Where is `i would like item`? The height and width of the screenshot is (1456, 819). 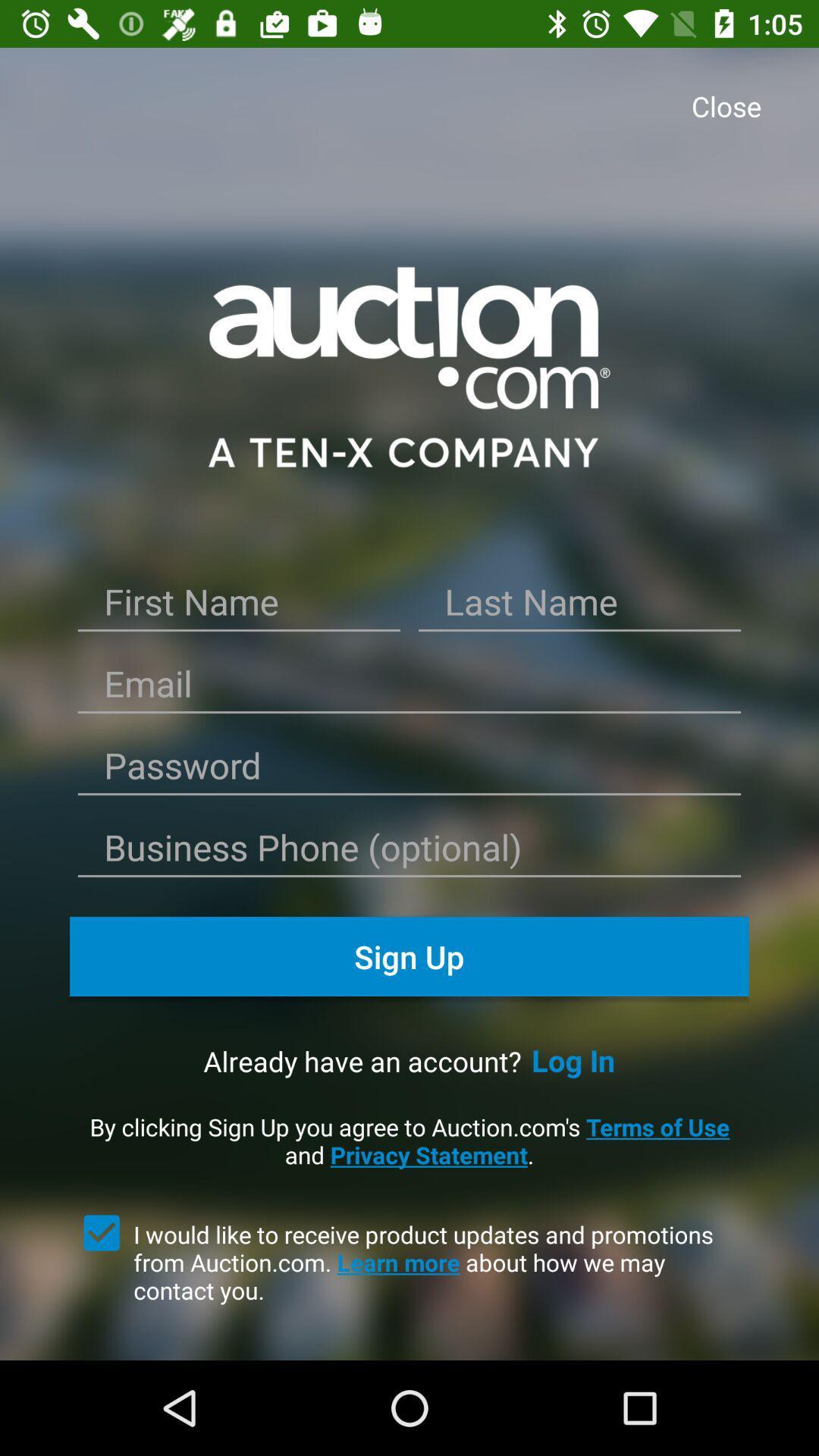 i would like item is located at coordinates (441, 1262).